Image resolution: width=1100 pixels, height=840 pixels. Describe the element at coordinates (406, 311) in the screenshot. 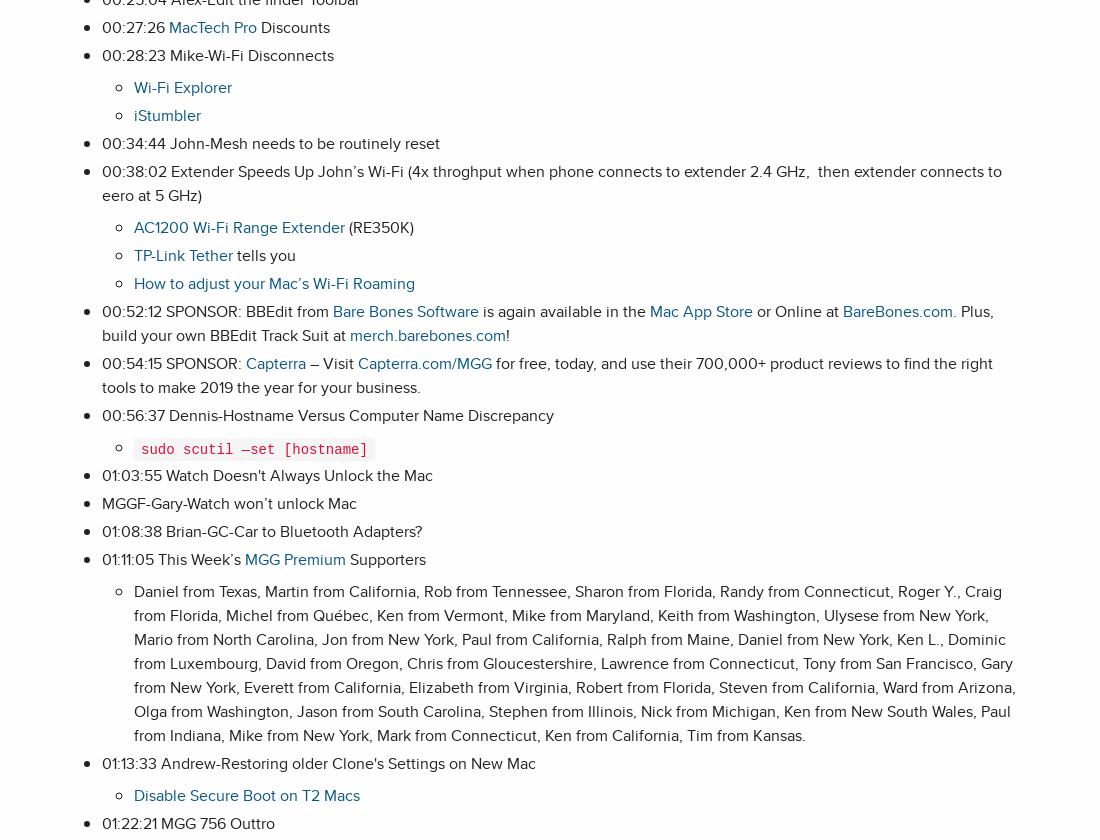

I see `'Bare Bones Software'` at that location.